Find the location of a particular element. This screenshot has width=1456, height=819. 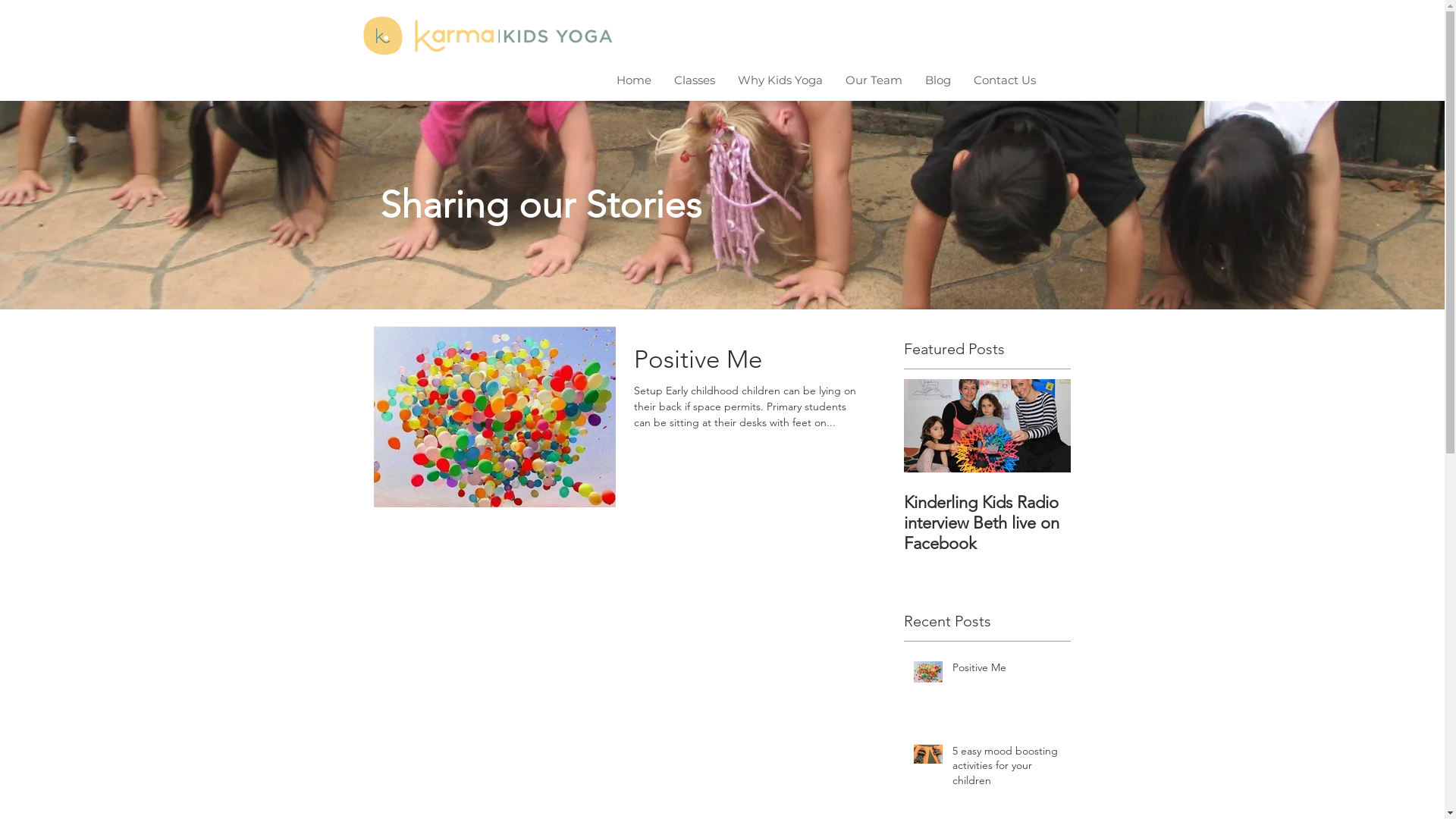

'Why Kids Yoga' is located at coordinates (780, 80).